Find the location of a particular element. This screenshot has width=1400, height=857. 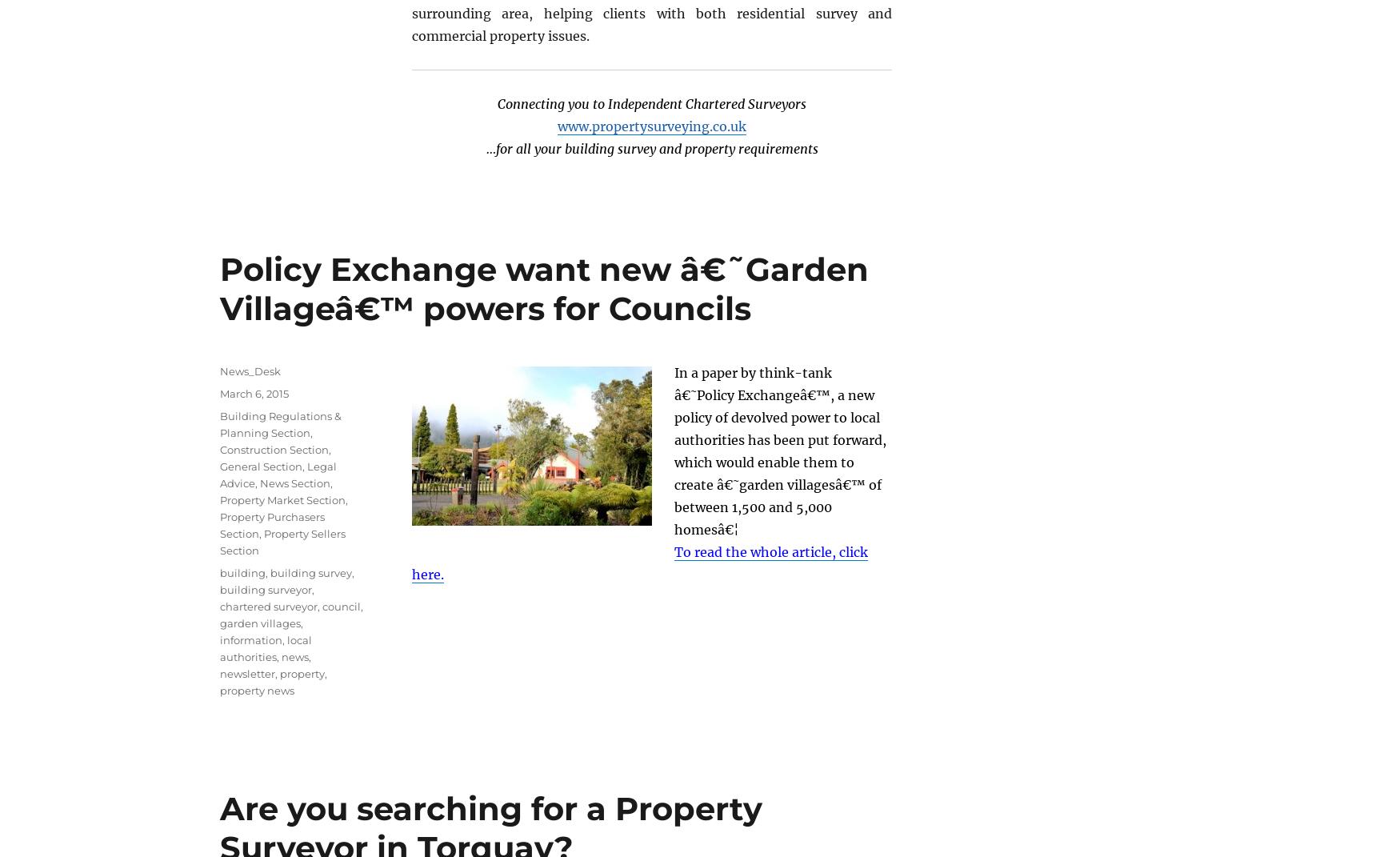

'newsletter' is located at coordinates (246, 671).